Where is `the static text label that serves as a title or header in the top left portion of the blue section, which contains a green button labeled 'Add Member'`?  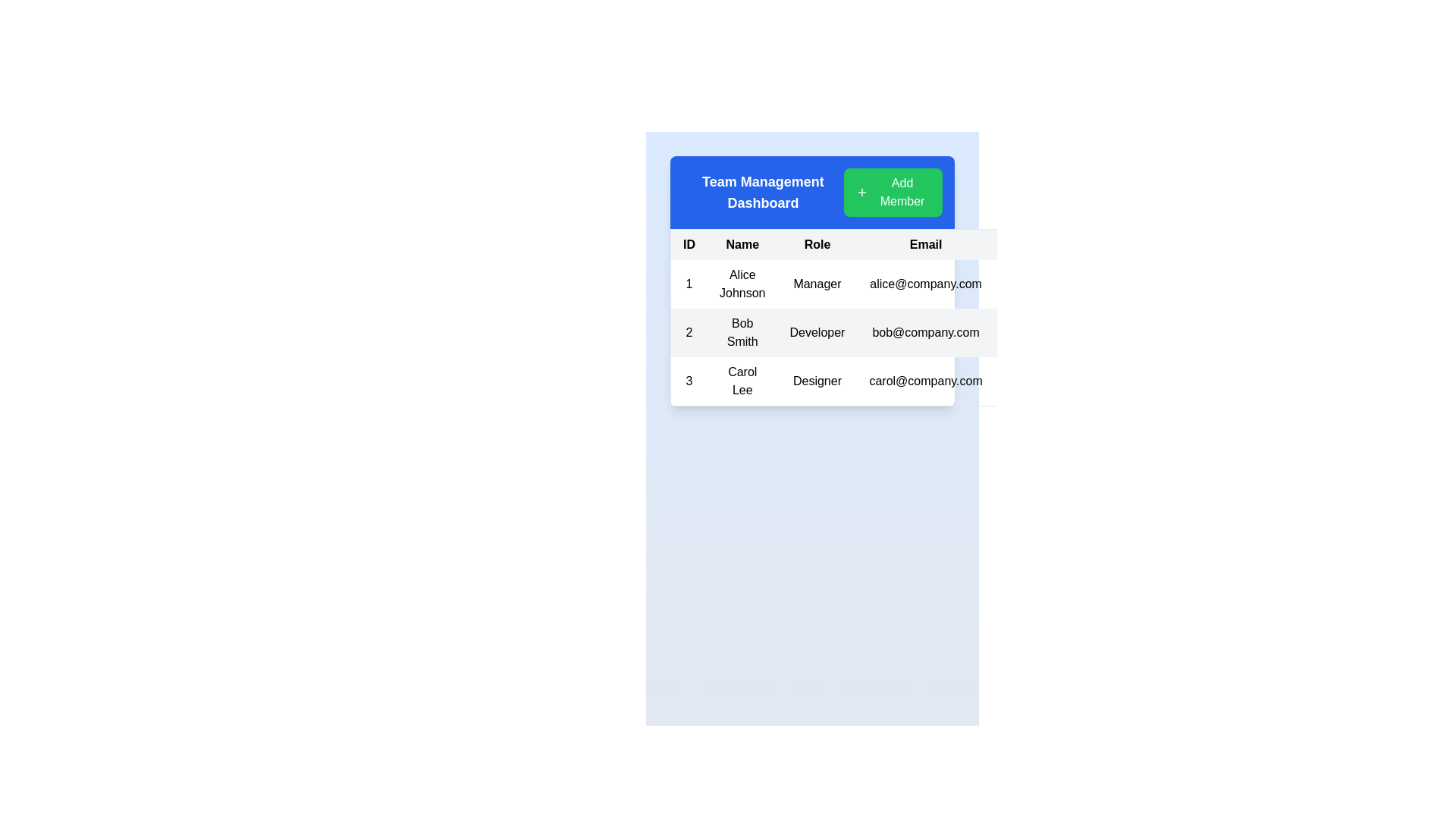 the static text label that serves as a title or header in the top left portion of the blue section, which contains a green button labeled 'Add Member' is located at coordinates (763, 192).